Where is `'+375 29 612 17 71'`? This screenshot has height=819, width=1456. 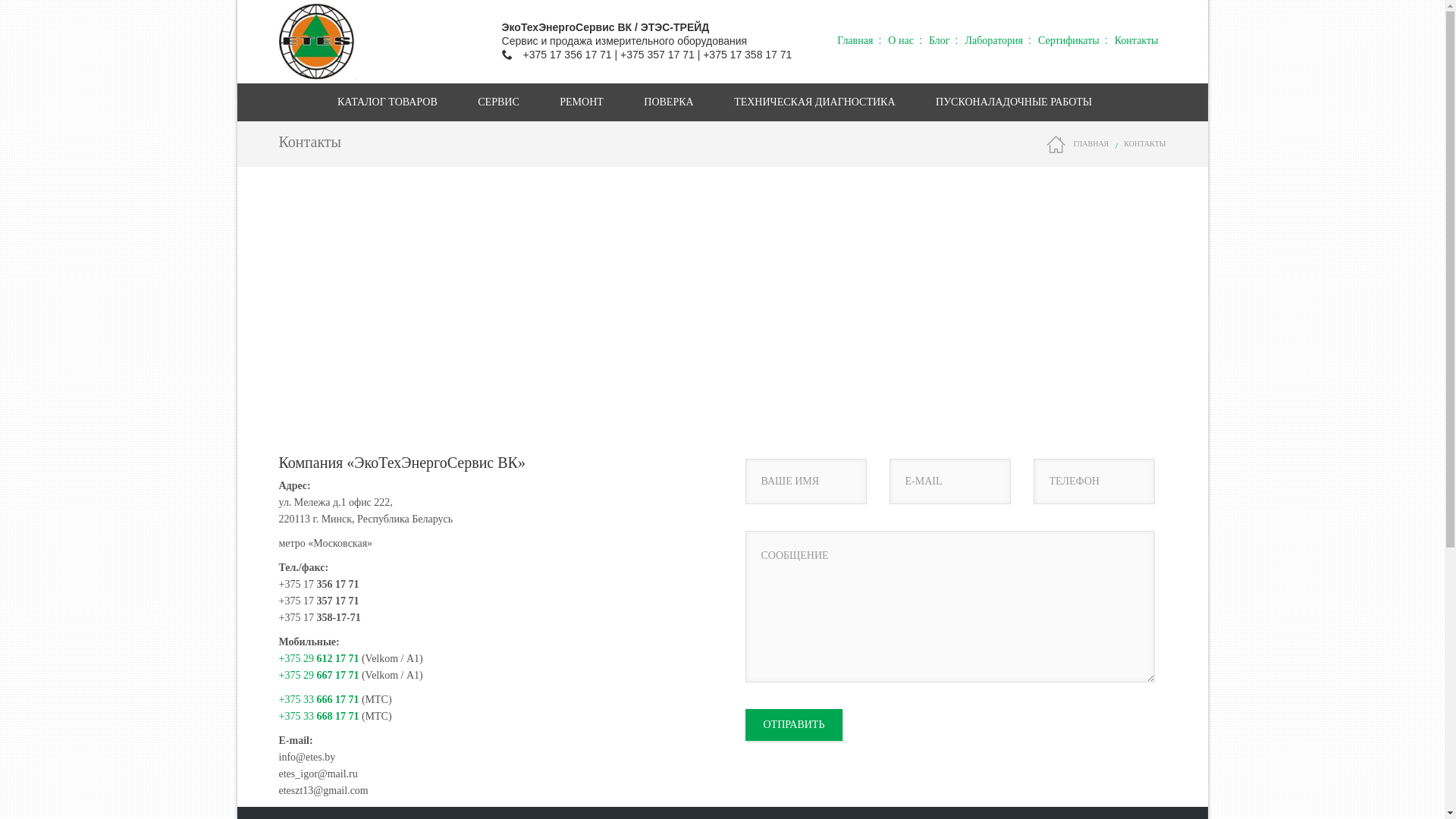
'+375 29 612 17 71' is located at coordinates (279, 657).